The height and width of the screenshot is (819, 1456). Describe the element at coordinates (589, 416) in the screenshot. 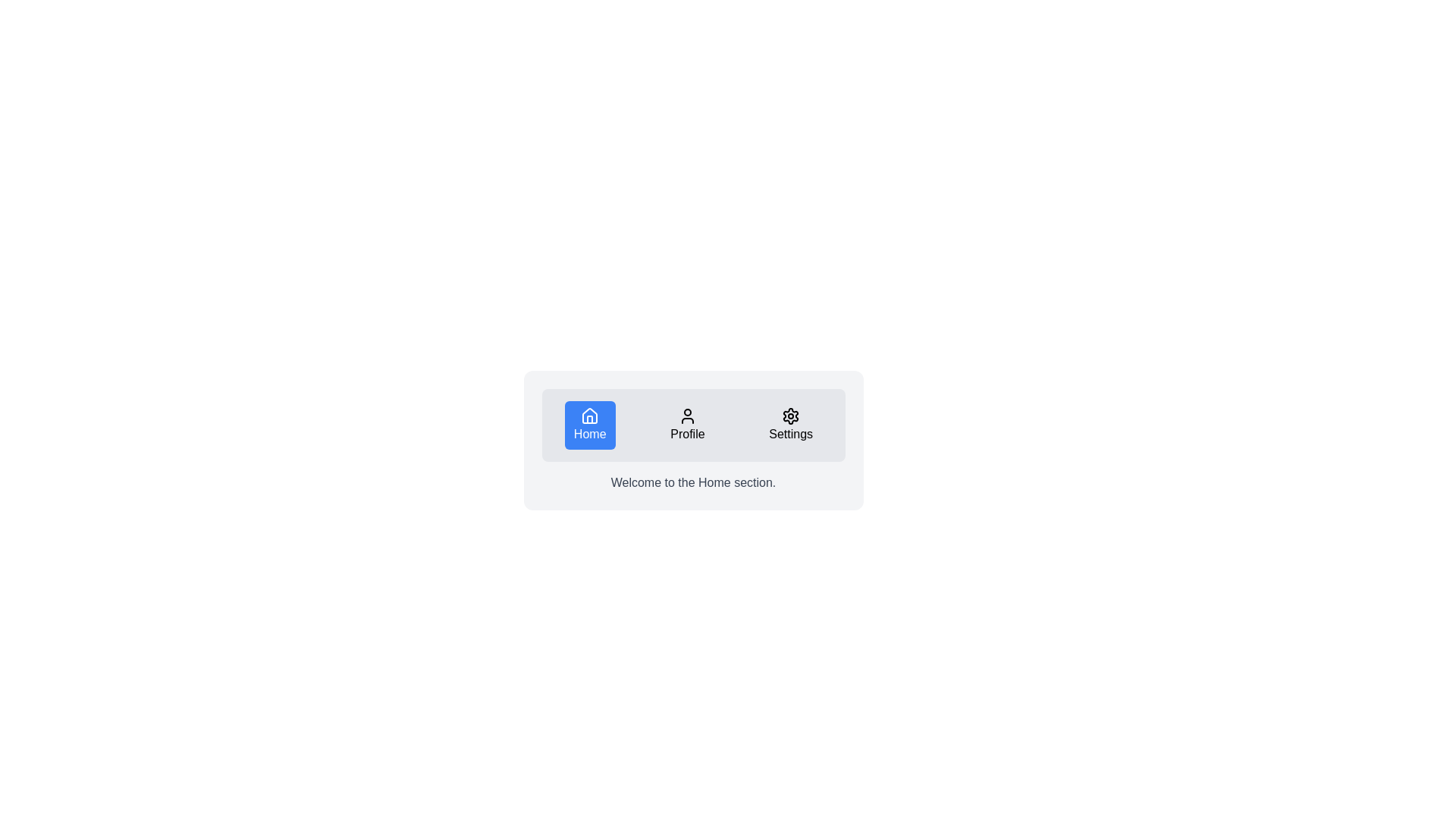

I see `the house-like icon with a blue background located on the left side of the horizontal navigation bar` at that location.